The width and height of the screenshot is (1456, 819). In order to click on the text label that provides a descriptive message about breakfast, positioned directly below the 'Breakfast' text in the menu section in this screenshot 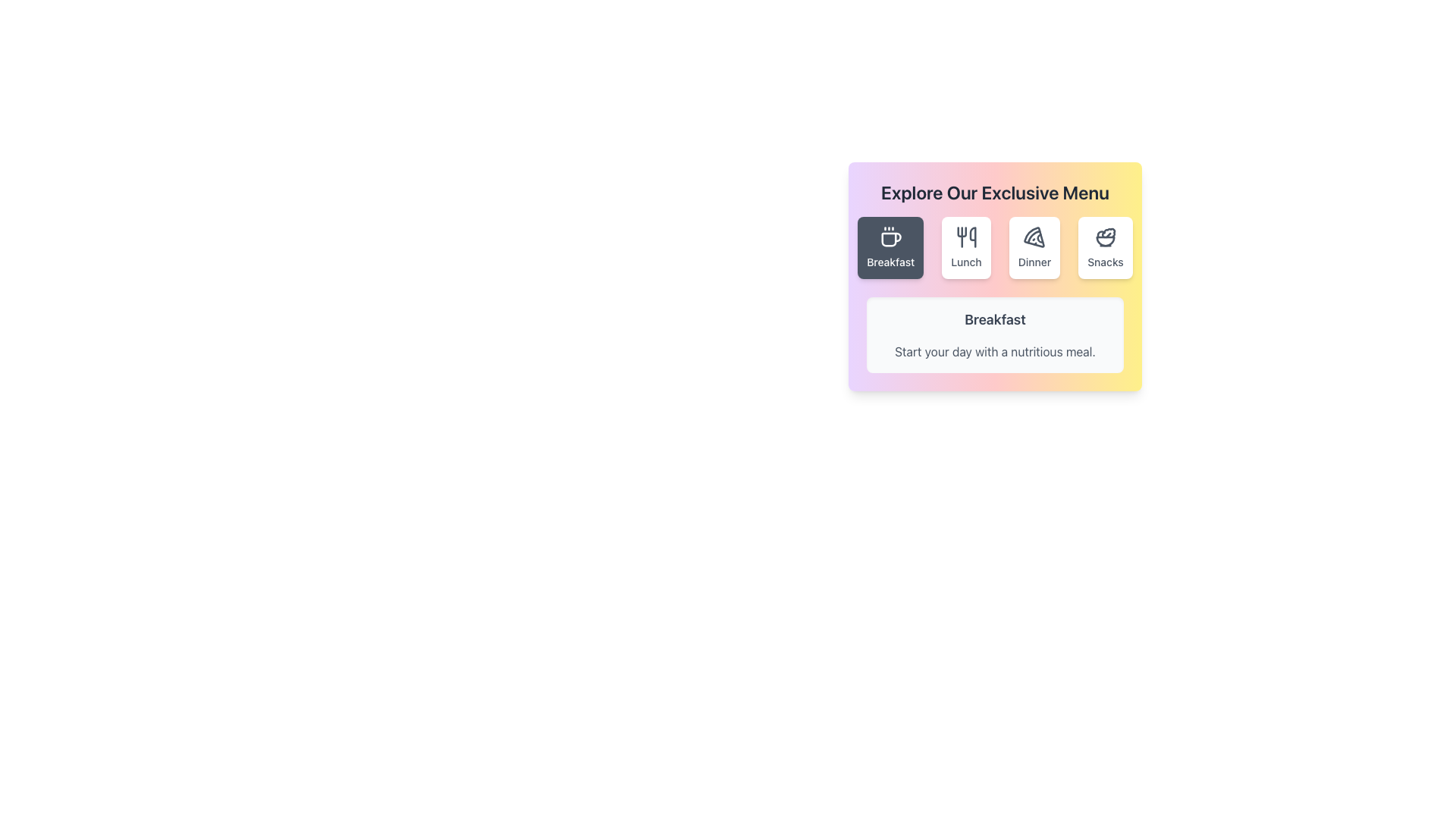, I will do `click(995, 351)`.